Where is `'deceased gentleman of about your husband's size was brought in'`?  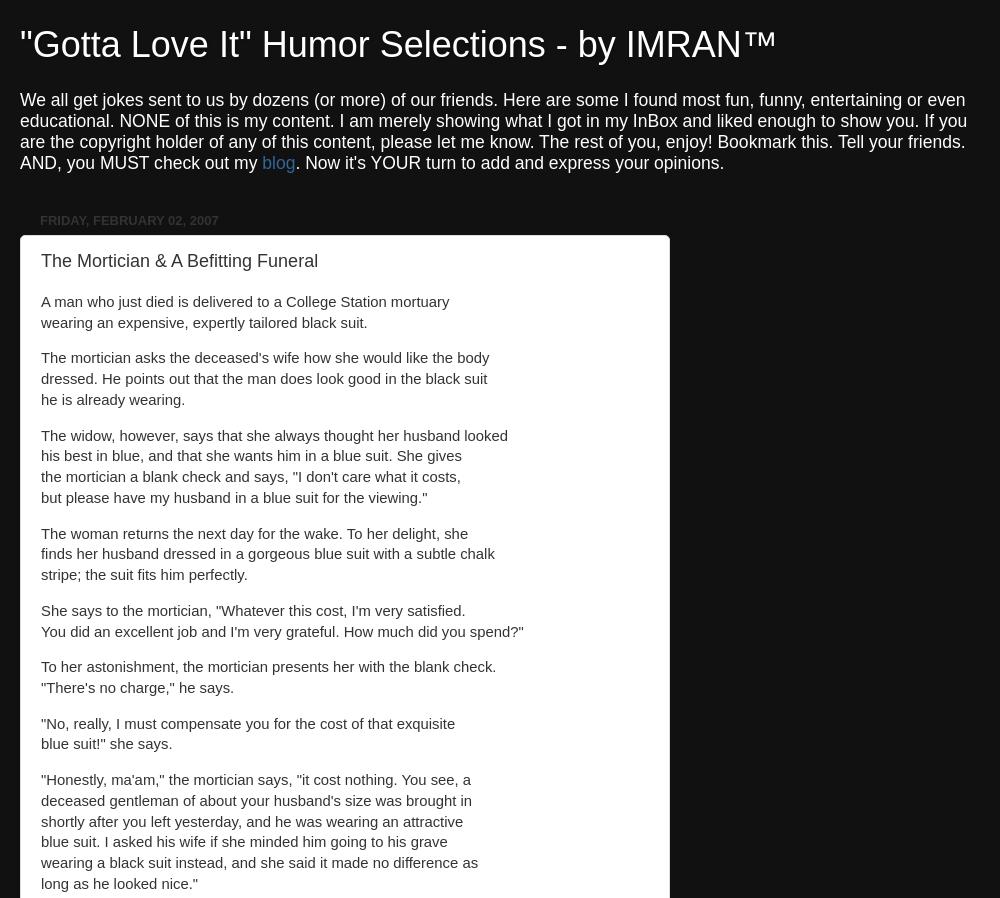 'deceased gentleman of about your husband's size was brought in' is located at coordinates (256, 800).